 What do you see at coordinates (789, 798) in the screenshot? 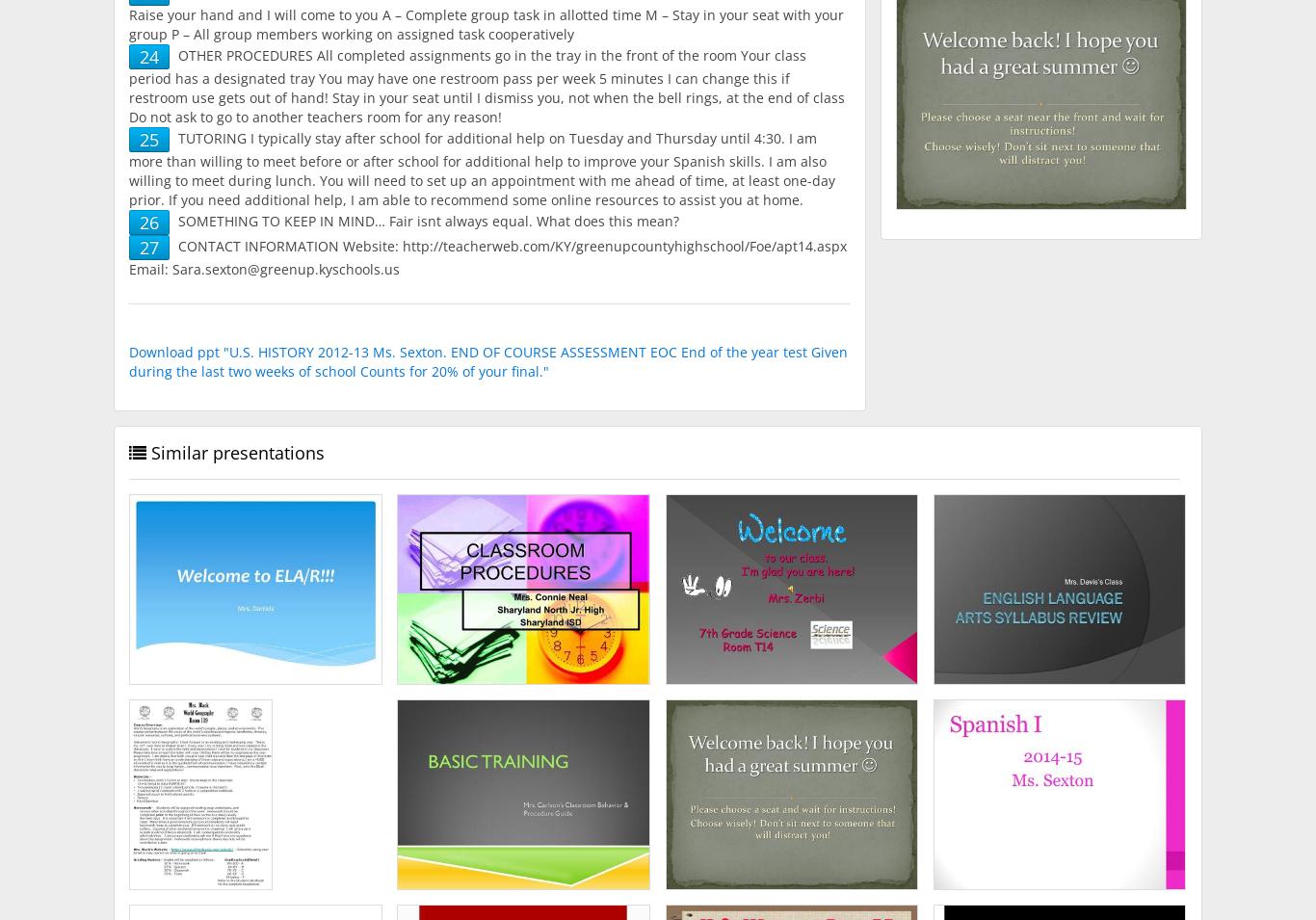
I see `'Please choose a seat and wait for instructions! Choose wisely! Don’t sit next to someone that will distract you!'` at bounding box center [789, 798].